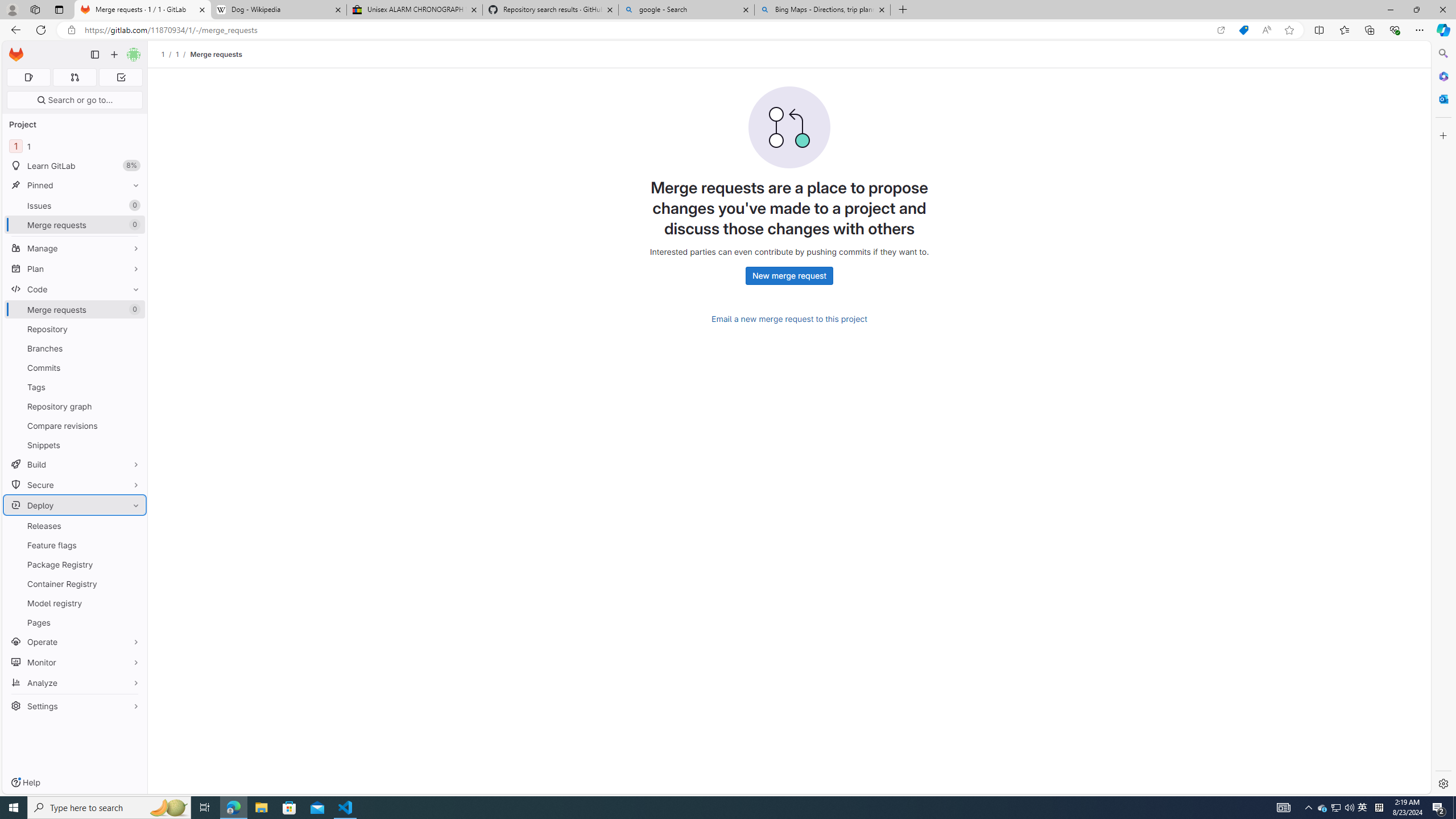  I want to click on 'Pin Commits', so click(133, 367).